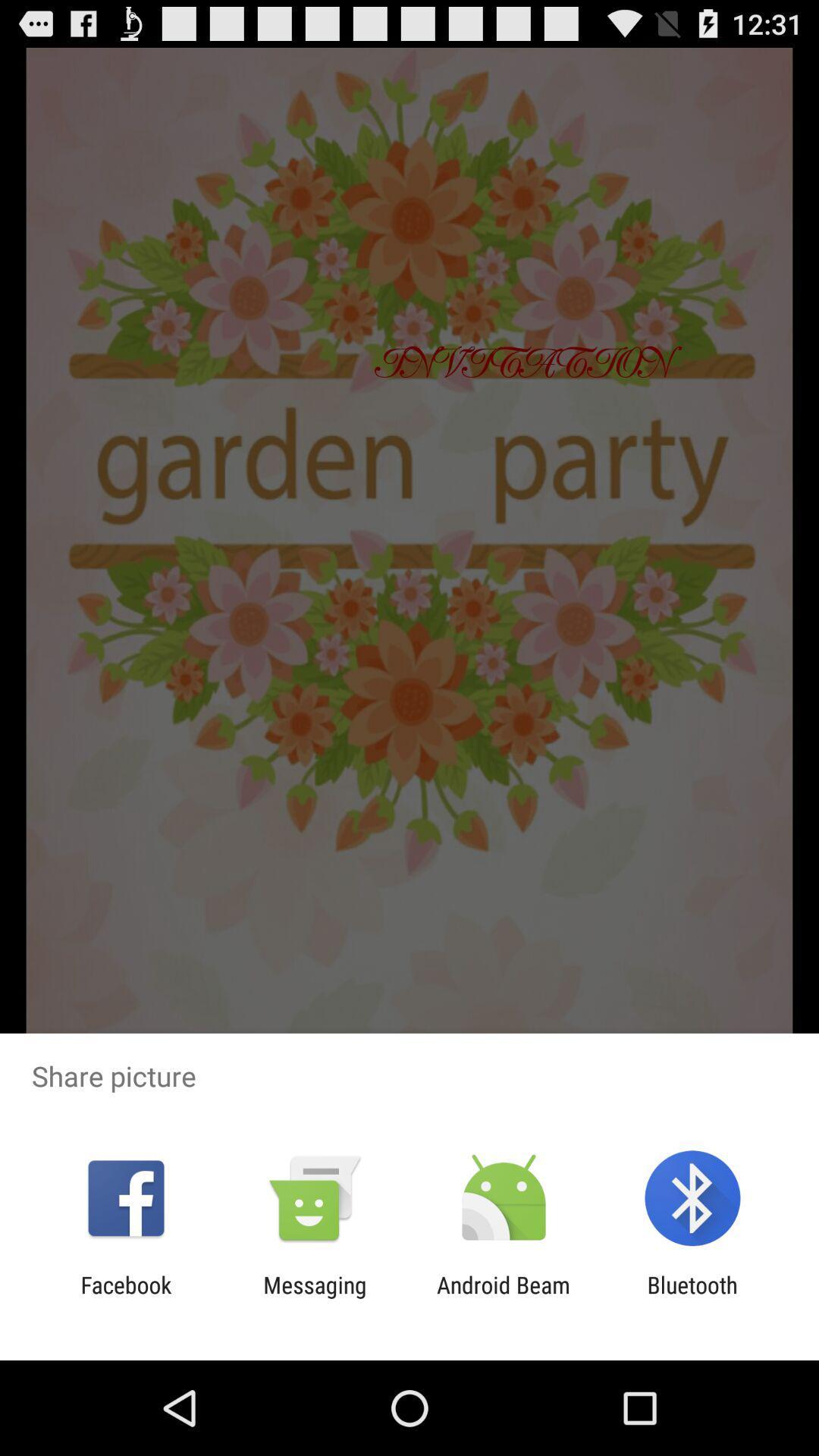 This screenshot has height=1456, width=819. What do you see at coordinates (692, 1298) in the screenshot?
I see `bluetooth icon` at bounding box center [692, 1298].